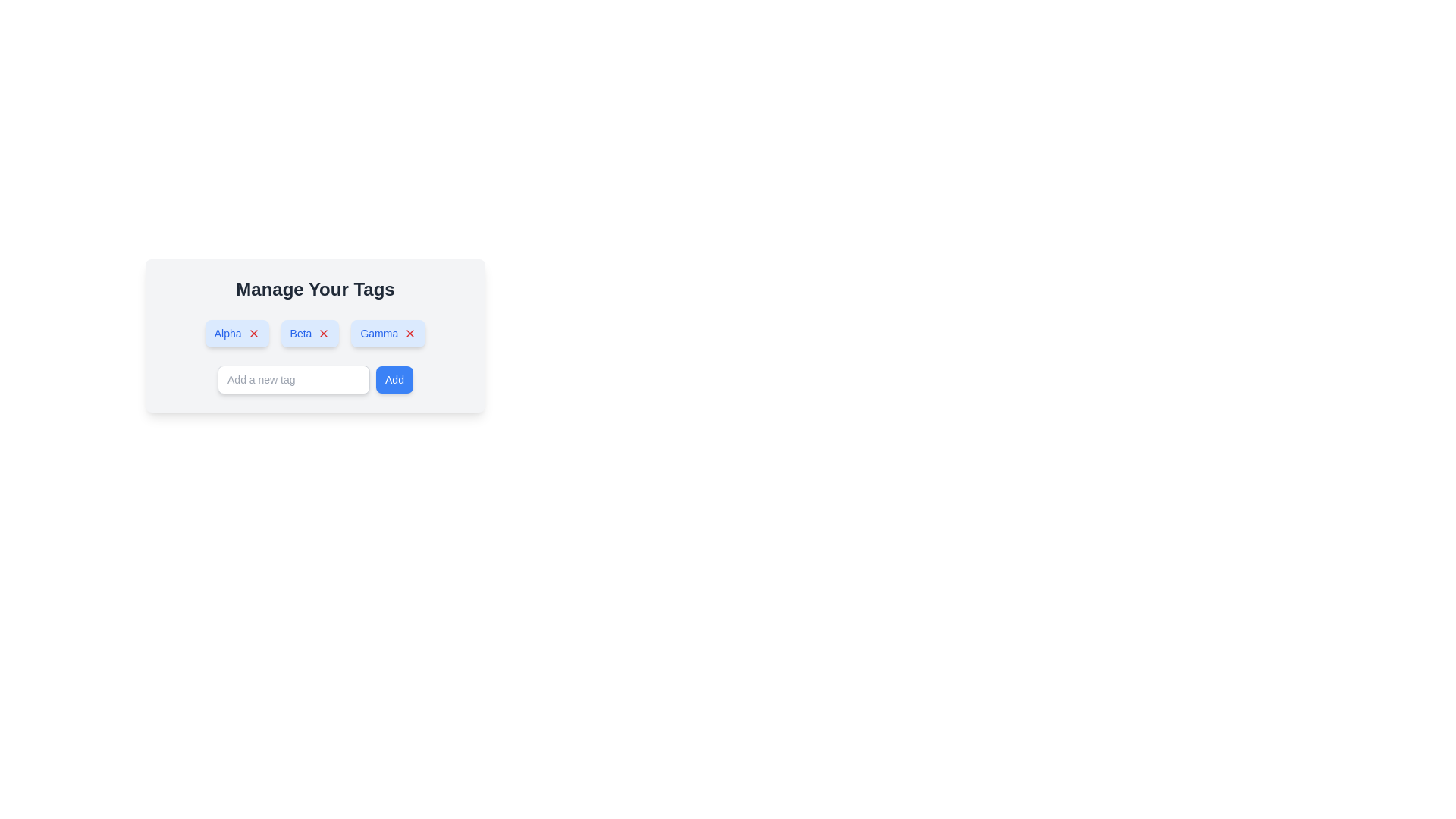 The image size is (1456, 819). What do you see at coordinates (293, 379) in the screenshot?
I see `the text input field with a gray border and rounded corners, which has placeholder text 'Add a new tag'` at bounding box center [293, 379].